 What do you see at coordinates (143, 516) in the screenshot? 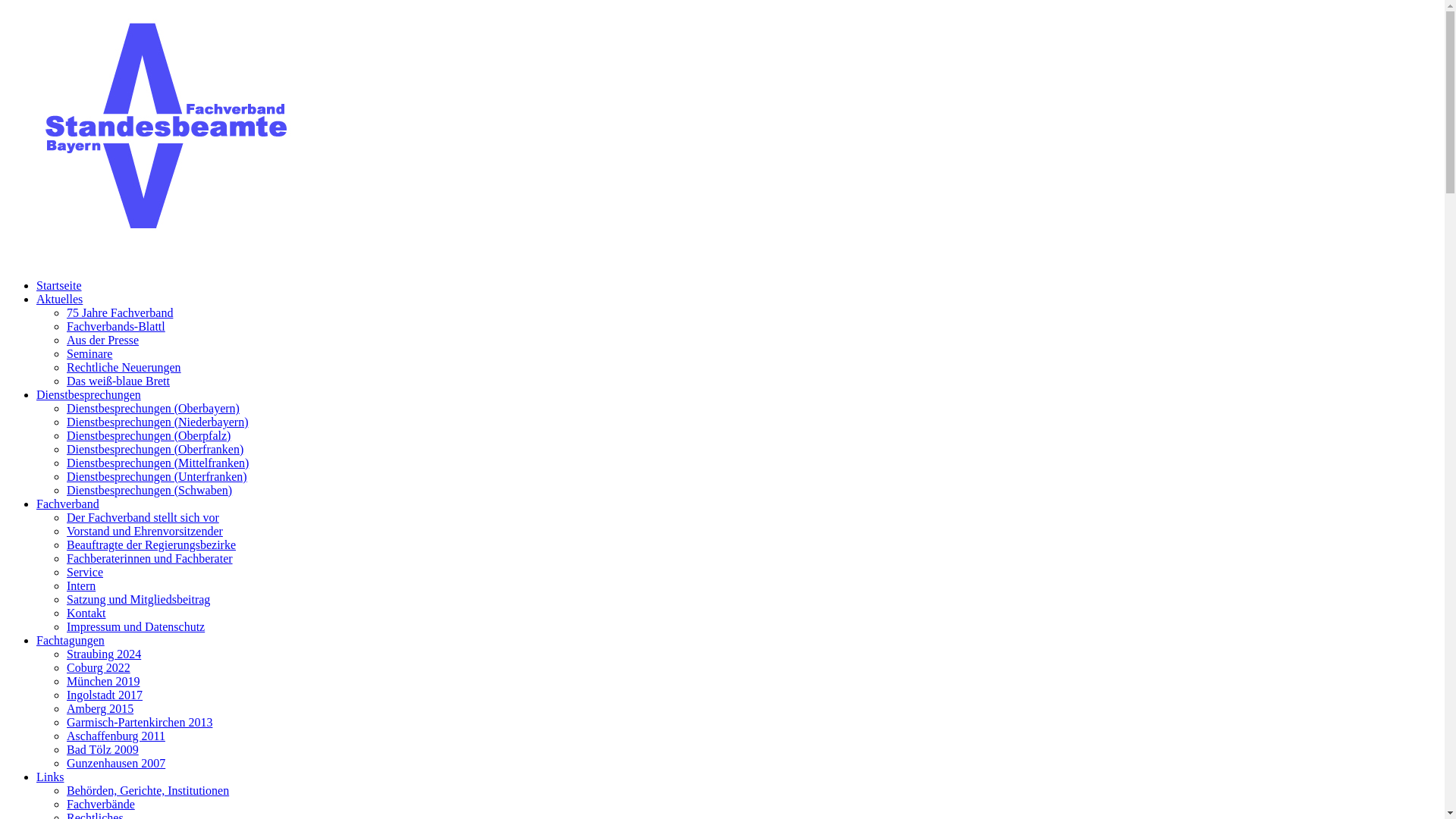
I see `'Der Fachverband stellt sich vor'` at bounding box center [143, 516].